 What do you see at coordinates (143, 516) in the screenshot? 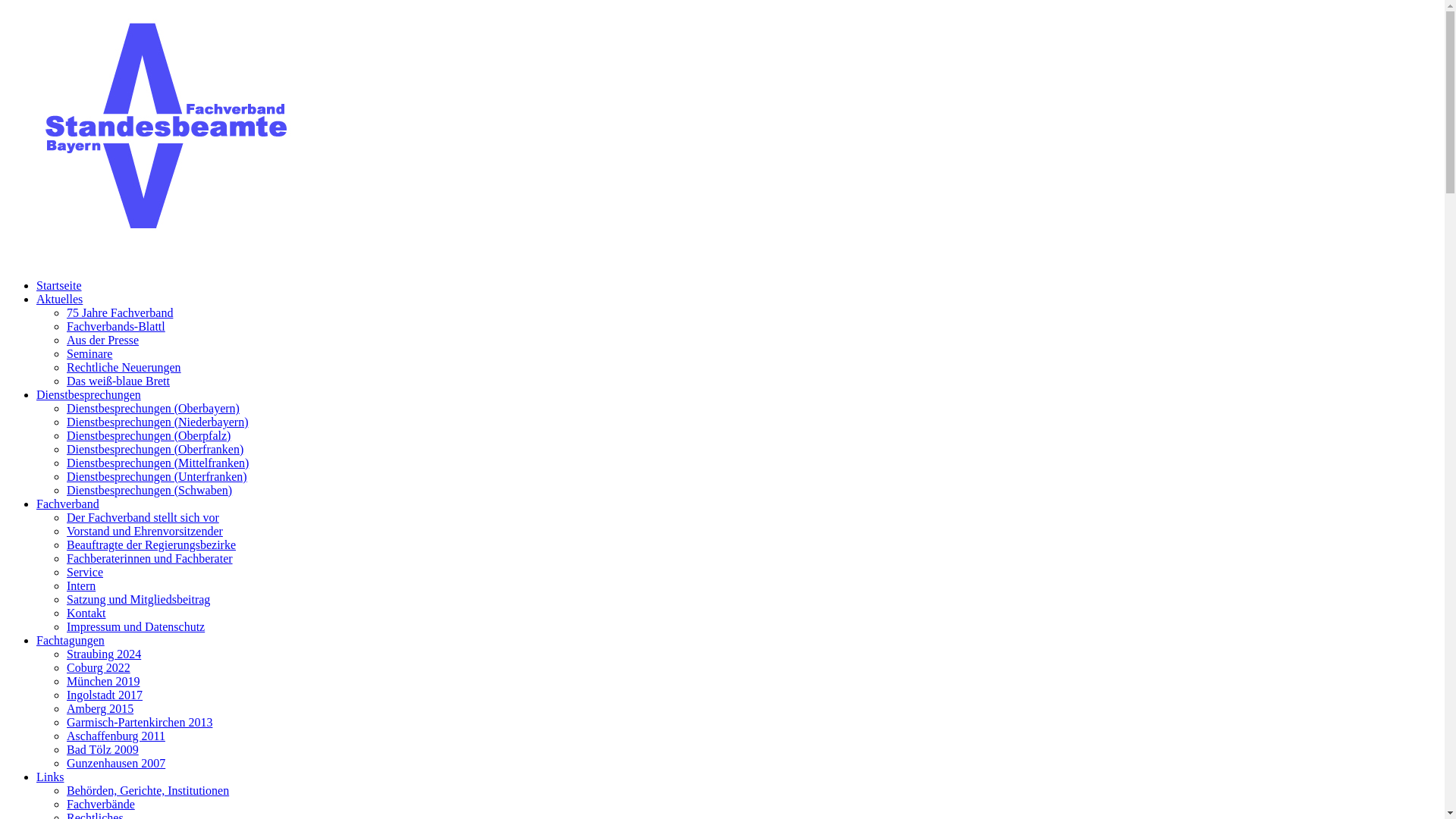
I see `'Der Fachverband stellt sich vor'` at bounding box center [143, 516].